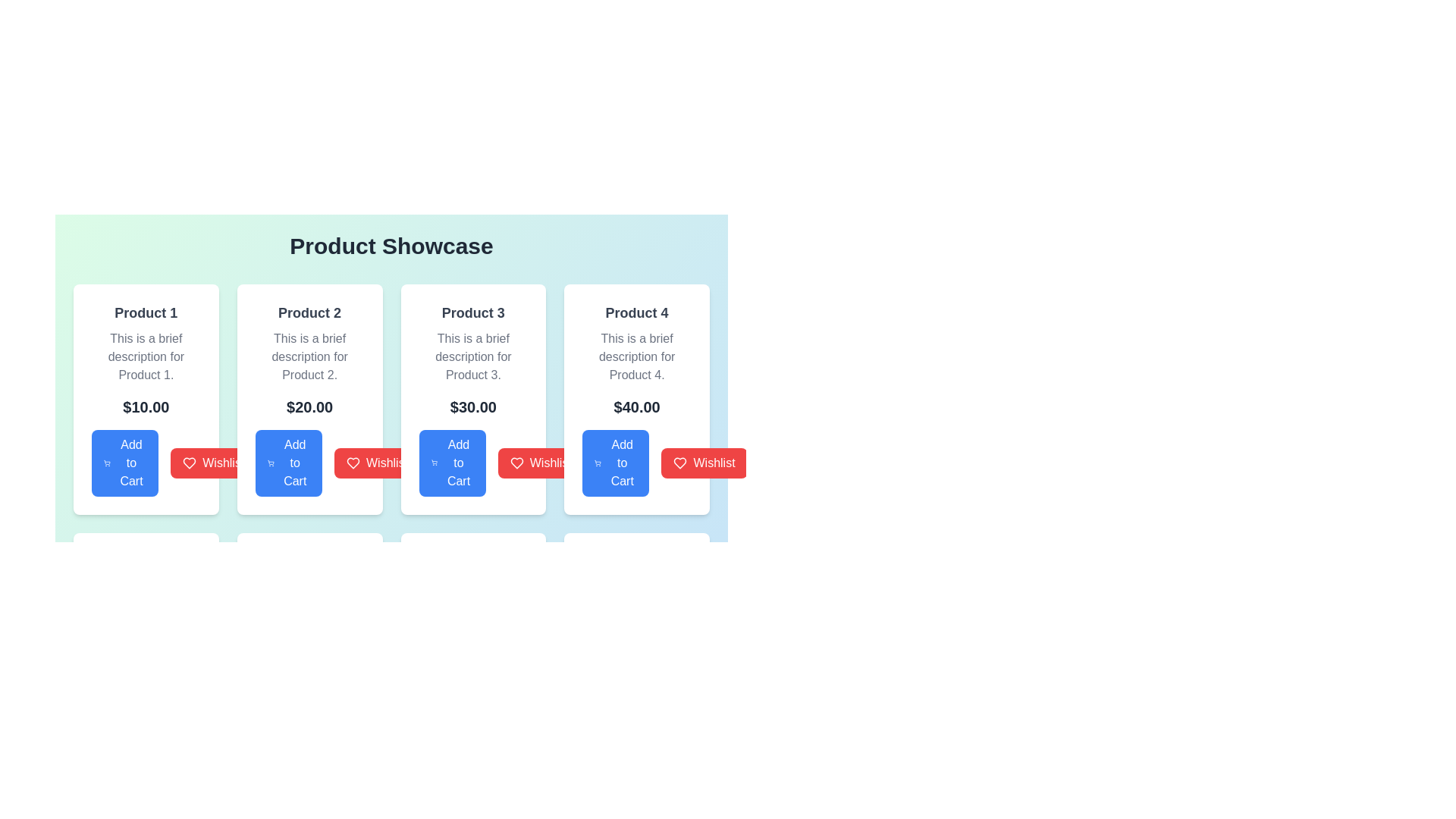 The height and width of the screenshot is (819, 1456). I want to click on the Text label for 'Product 1', which serves as the title and is positioned at the top of the card layout, directly above the description and price text, so click(146, 312).